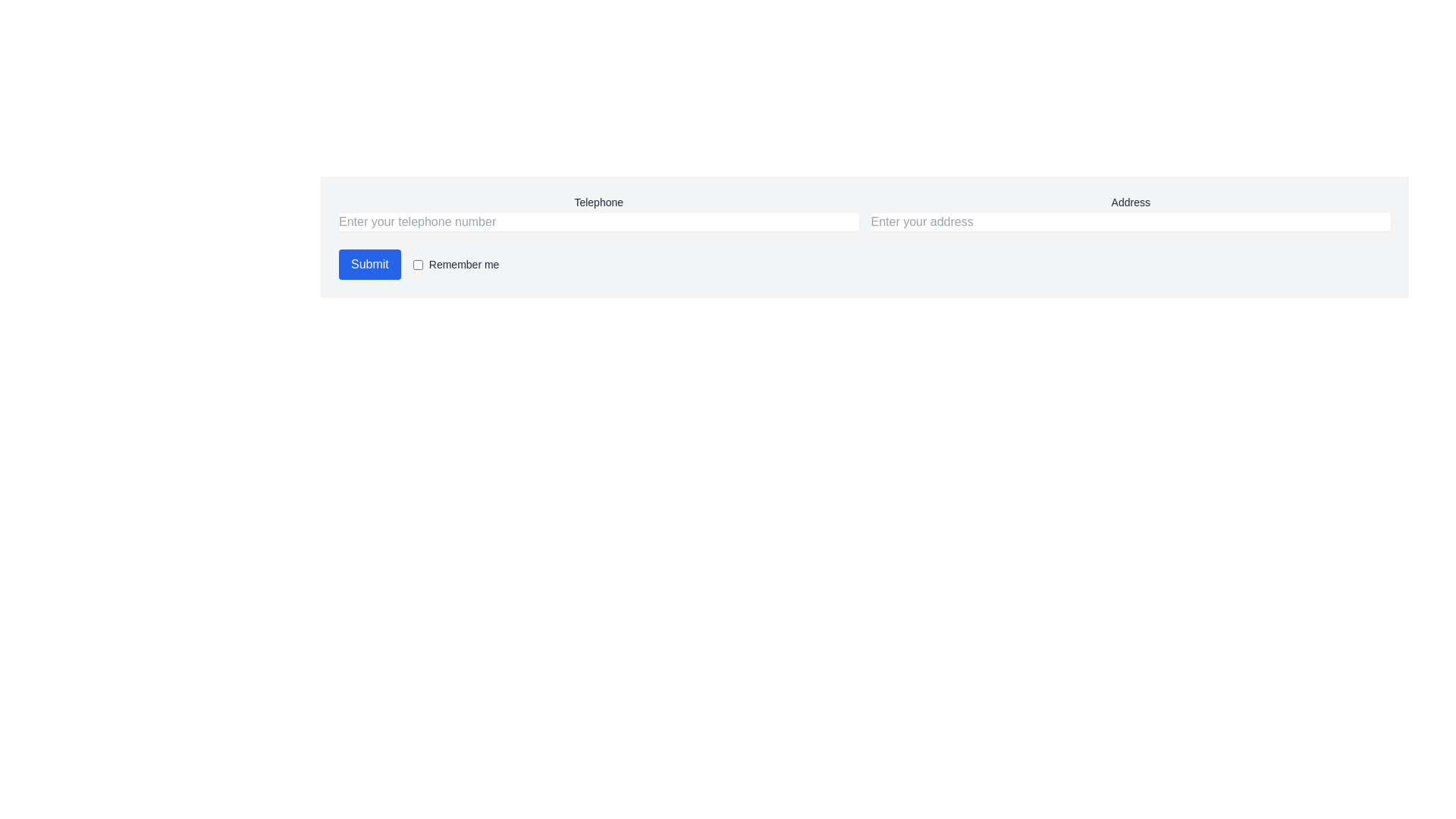 The width and height of the screenshot is (1456, 819). What do you see at coordinates (369, 263) in the screenshot?
I see `the blue 'Submit' button with white text` at bounding box center [369, 263].